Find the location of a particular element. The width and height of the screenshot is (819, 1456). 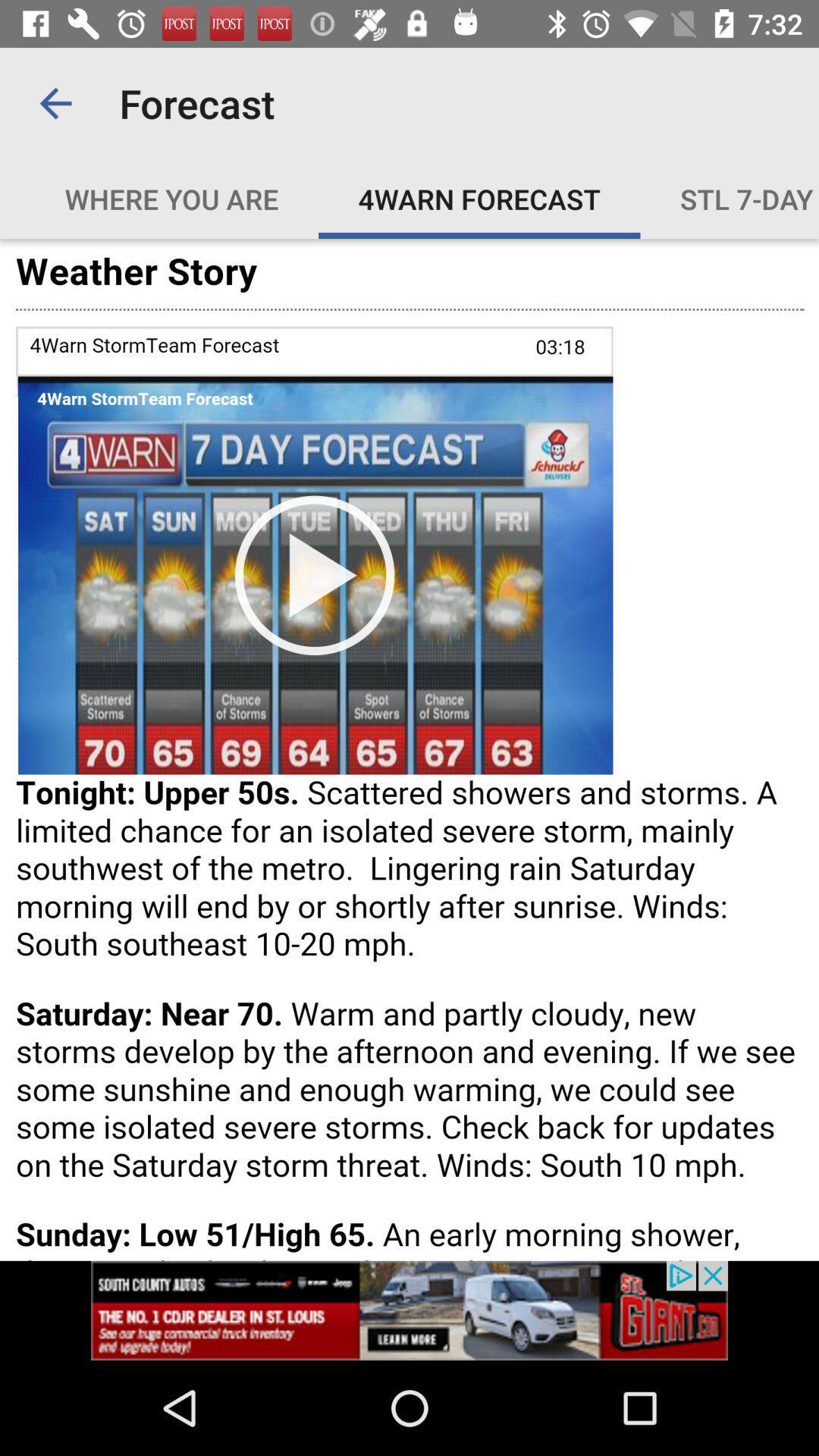

the video is located at coordinates (409, 749).